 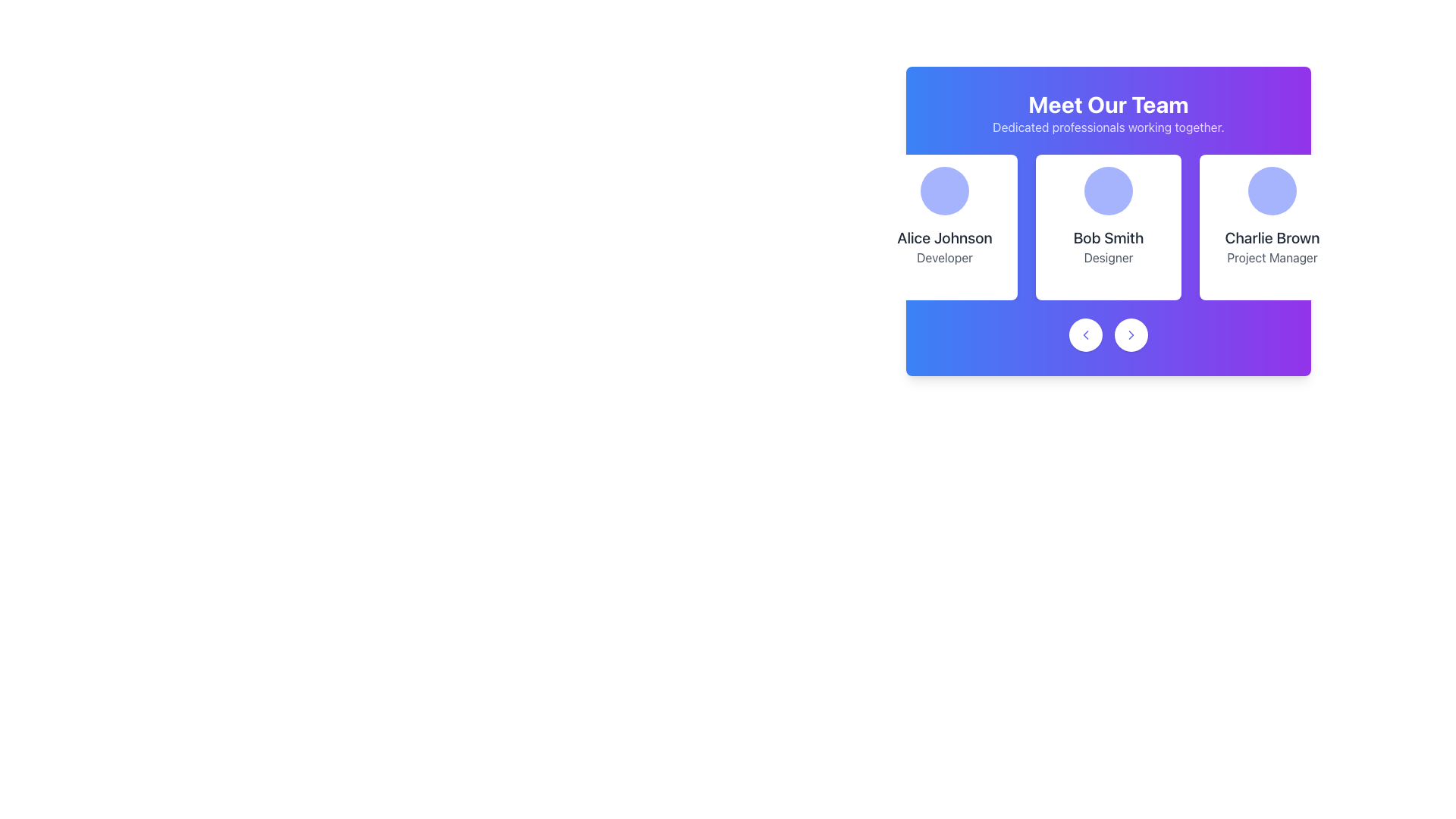 I want to click on the left navigation SVG icon located within the circular button at the bottom center of the purple gradient section beneath the team cards, so click(x=1084, y=334).